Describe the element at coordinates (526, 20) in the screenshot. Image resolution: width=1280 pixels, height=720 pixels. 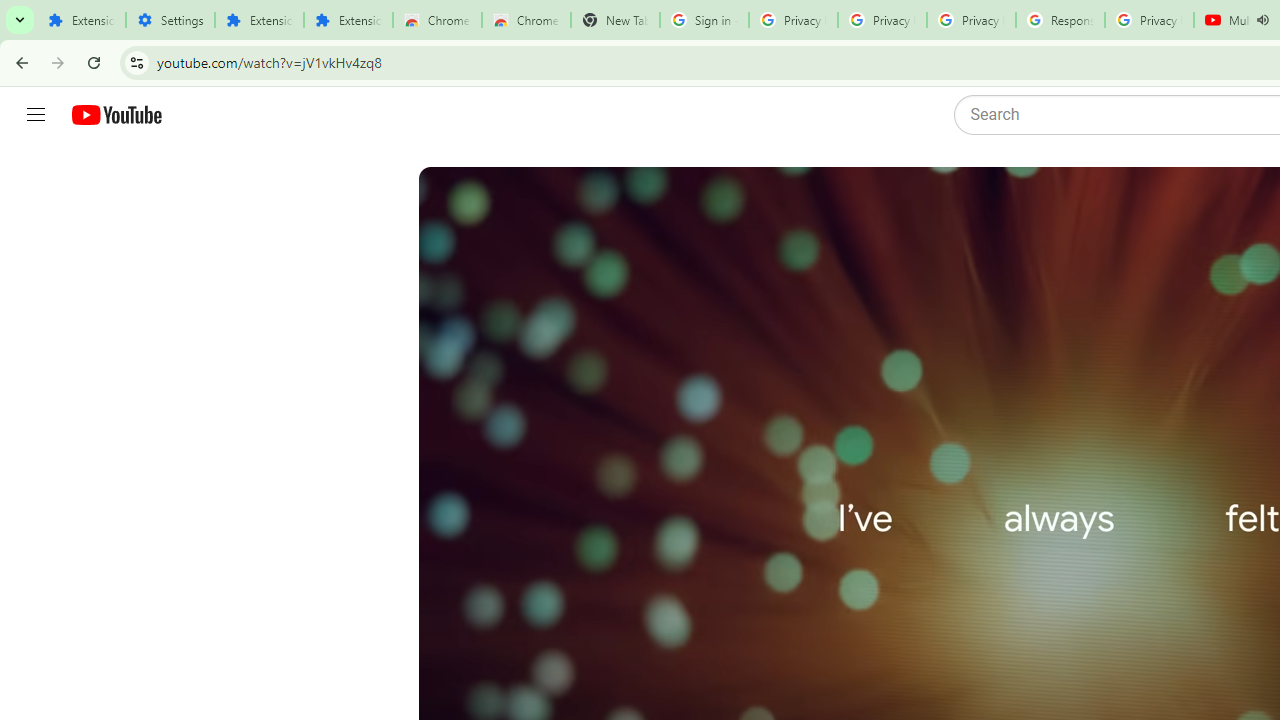
I see `'Chrome Web Store - Themes'` at that location.